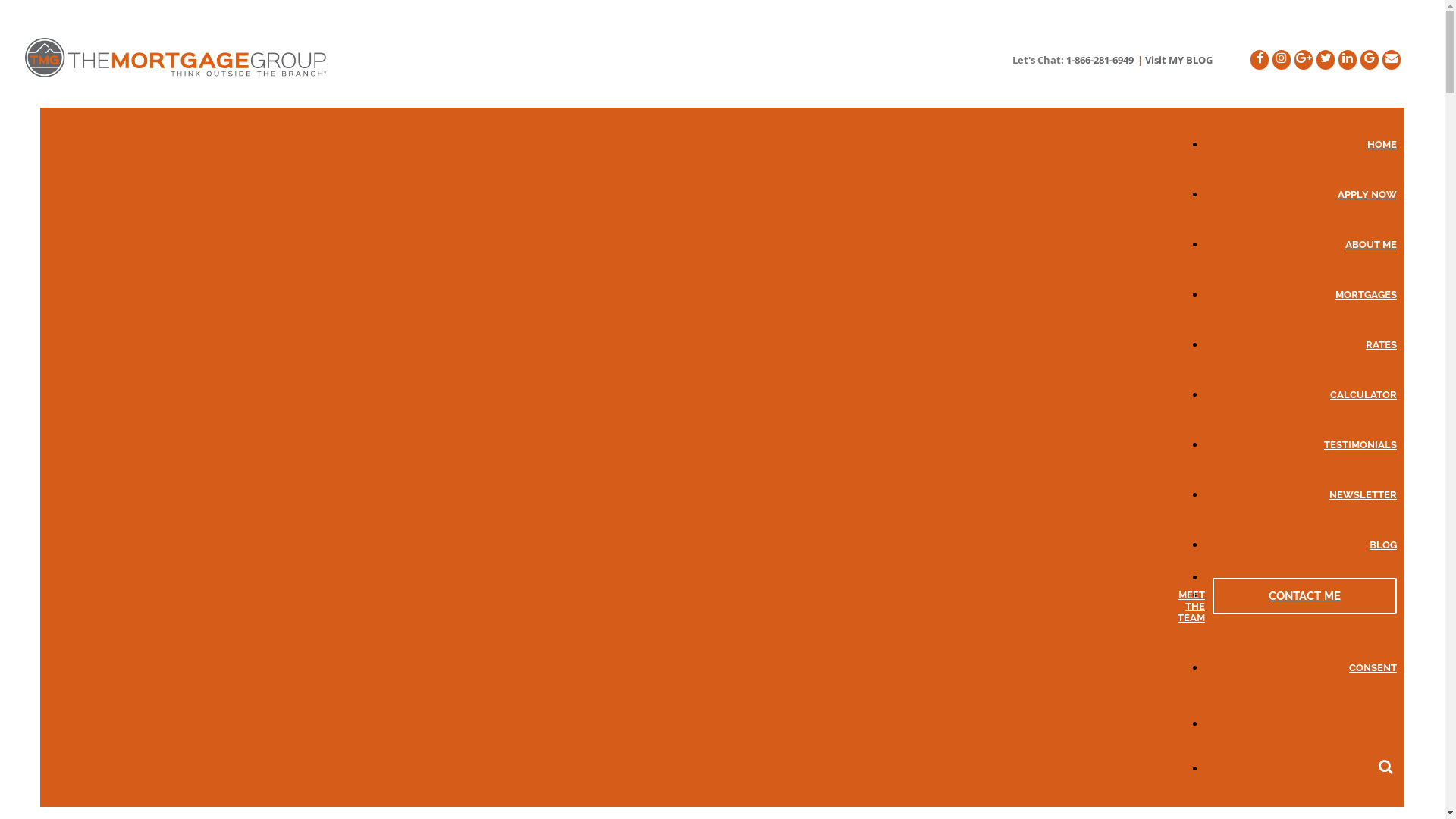 The height and width of the screenshot is (819, 1456). What do you see at coordinates (1065, 58) in the screenshot?
I see `'1-866-281-6949'` at bounding box center [1065, 58].